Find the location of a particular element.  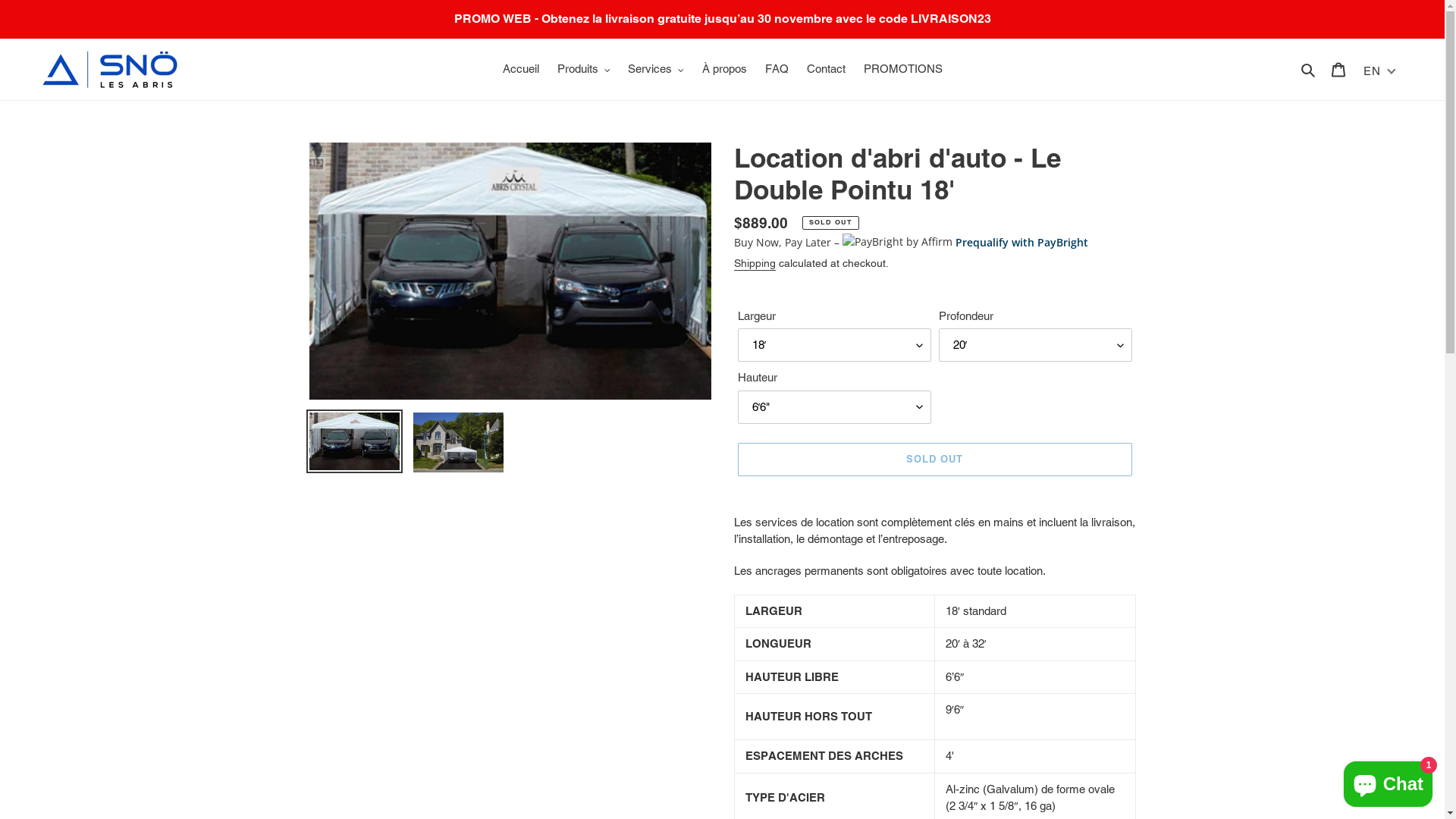

'Search' is located at coordinates (1294, 69).